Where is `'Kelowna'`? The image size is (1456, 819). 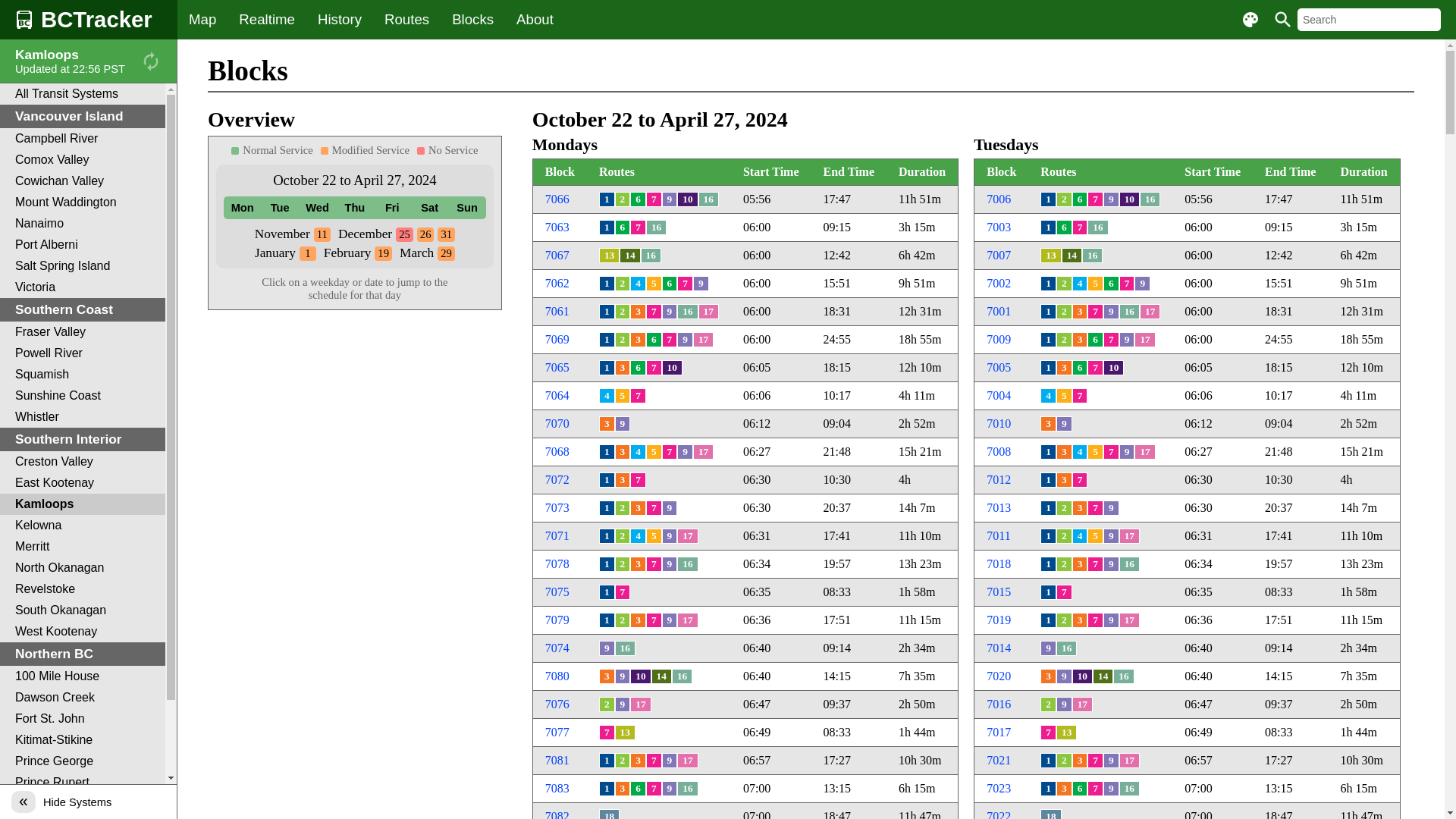
'Kelowna' is located at coordinates (0, 525).